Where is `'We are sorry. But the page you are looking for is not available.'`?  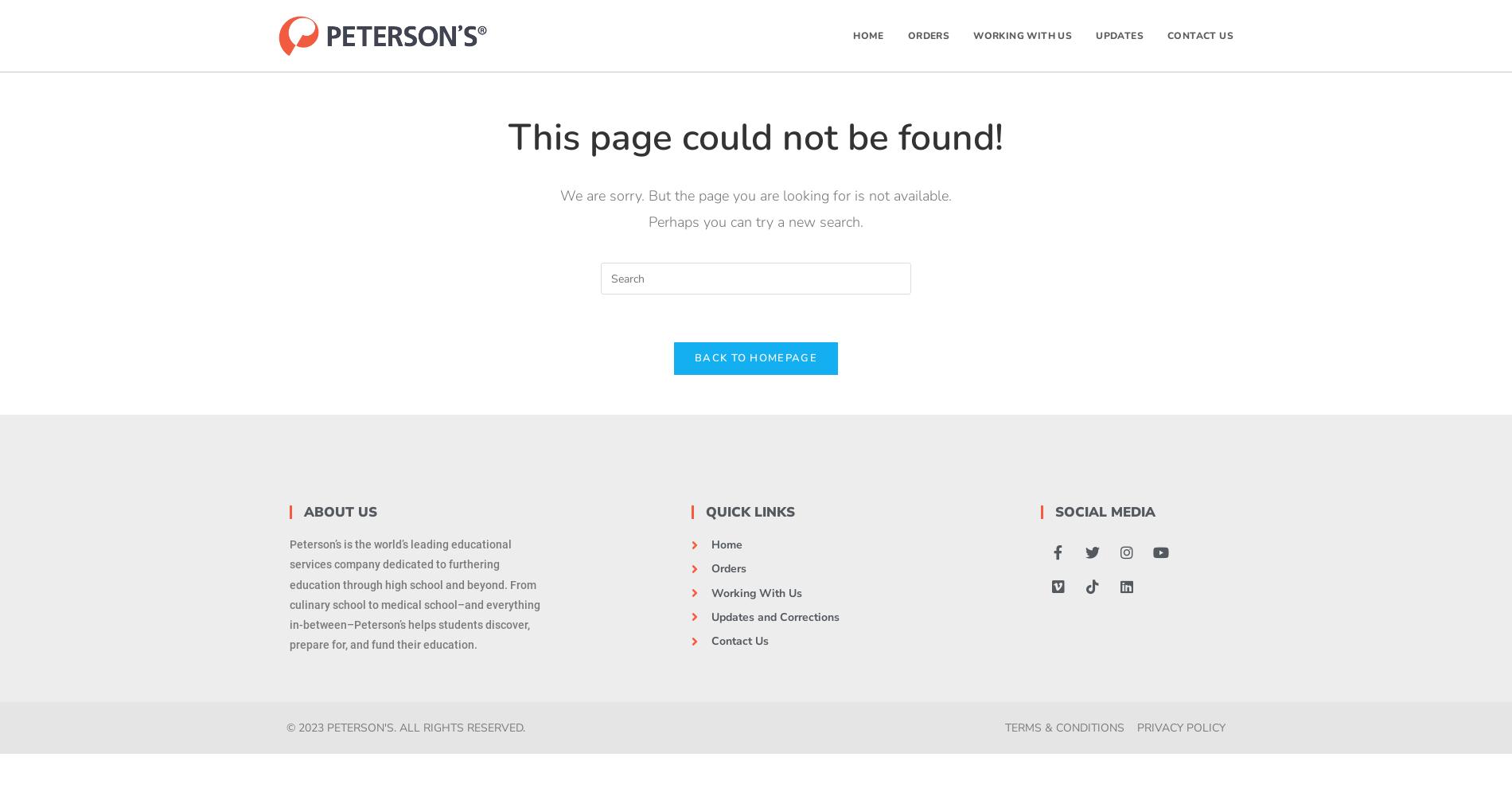
'We are sorry. But the page you are looking for is not available.' is located at coordinates (756, 195).